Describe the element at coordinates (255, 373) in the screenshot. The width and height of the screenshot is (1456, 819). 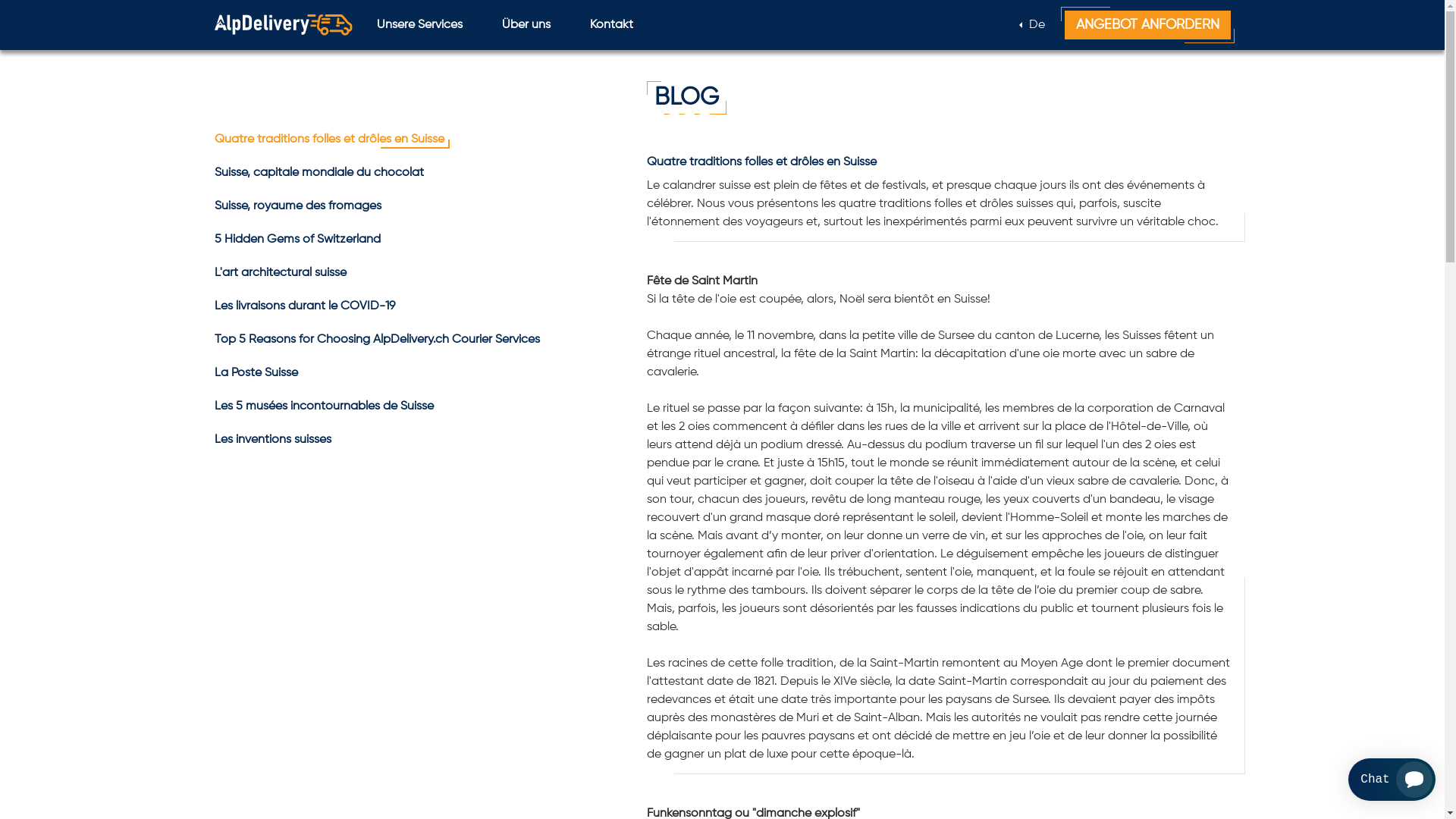
I see `'La Poste Suisse'` at that location.